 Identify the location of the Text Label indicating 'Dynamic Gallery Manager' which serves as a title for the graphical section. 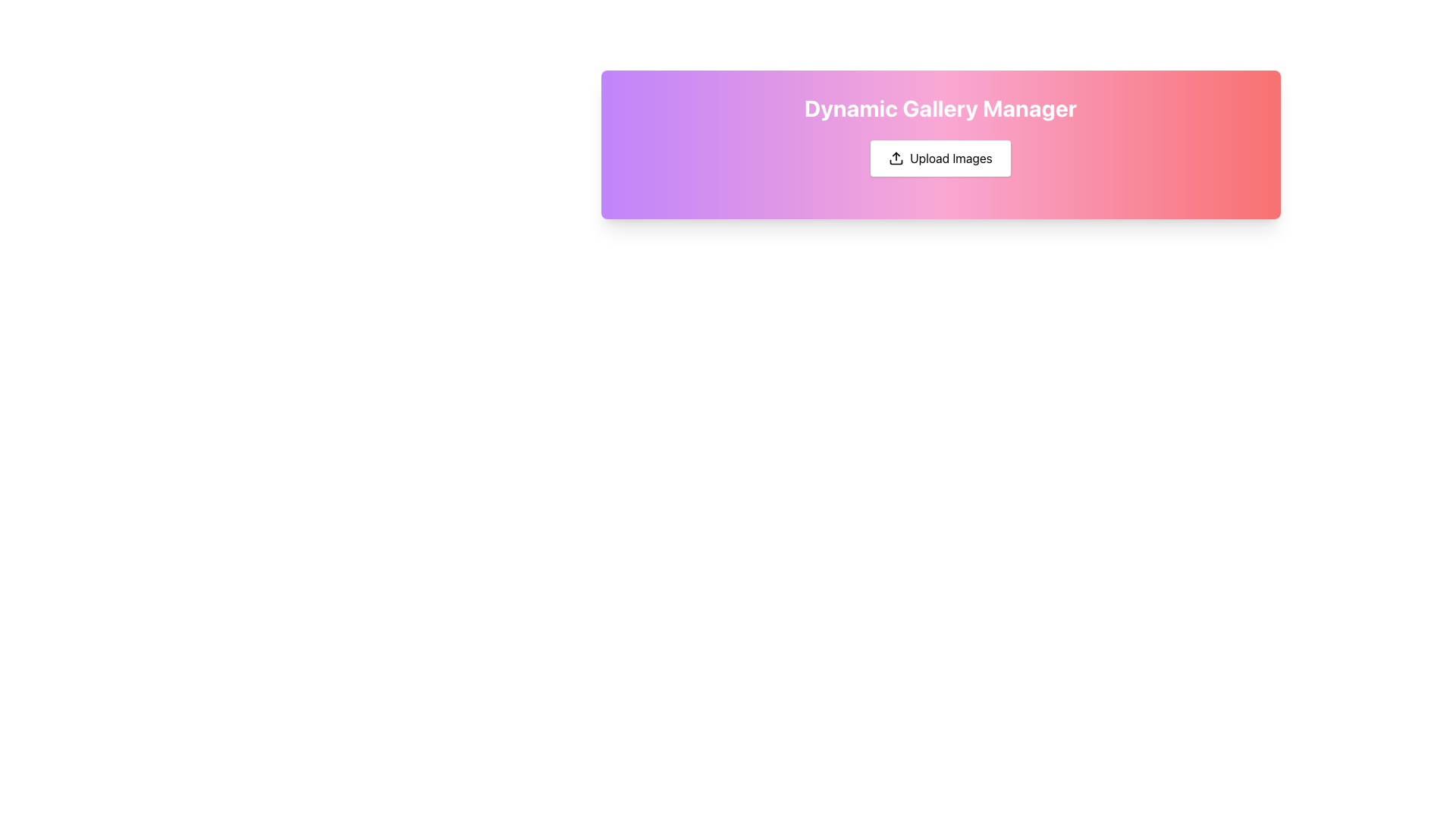
(940, 107).